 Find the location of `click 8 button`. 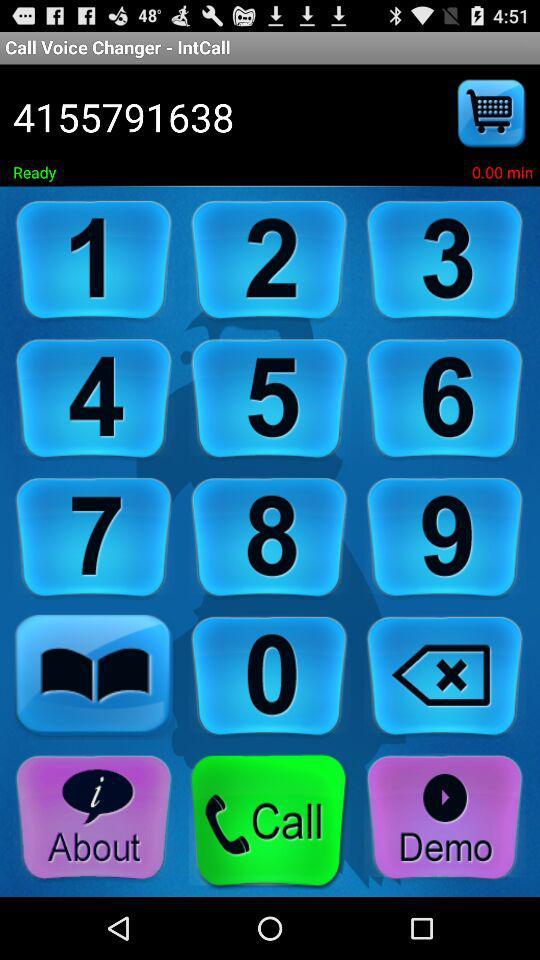

click 8 button is located at coordinates (269, 537).